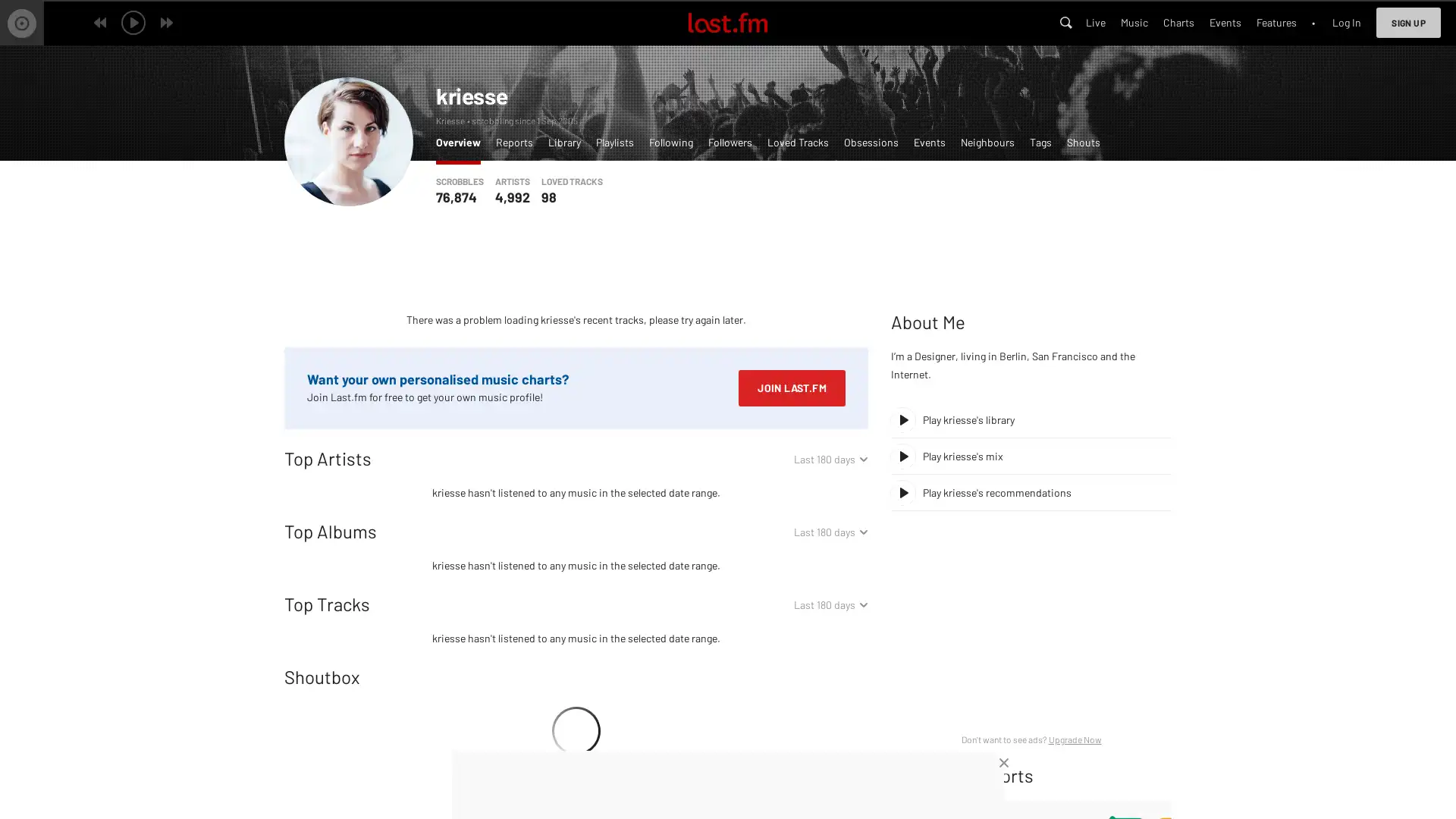  Describe the element at coordinates (1031, 455) in the screenshot. I see `Play kriesse's mix` at that location.